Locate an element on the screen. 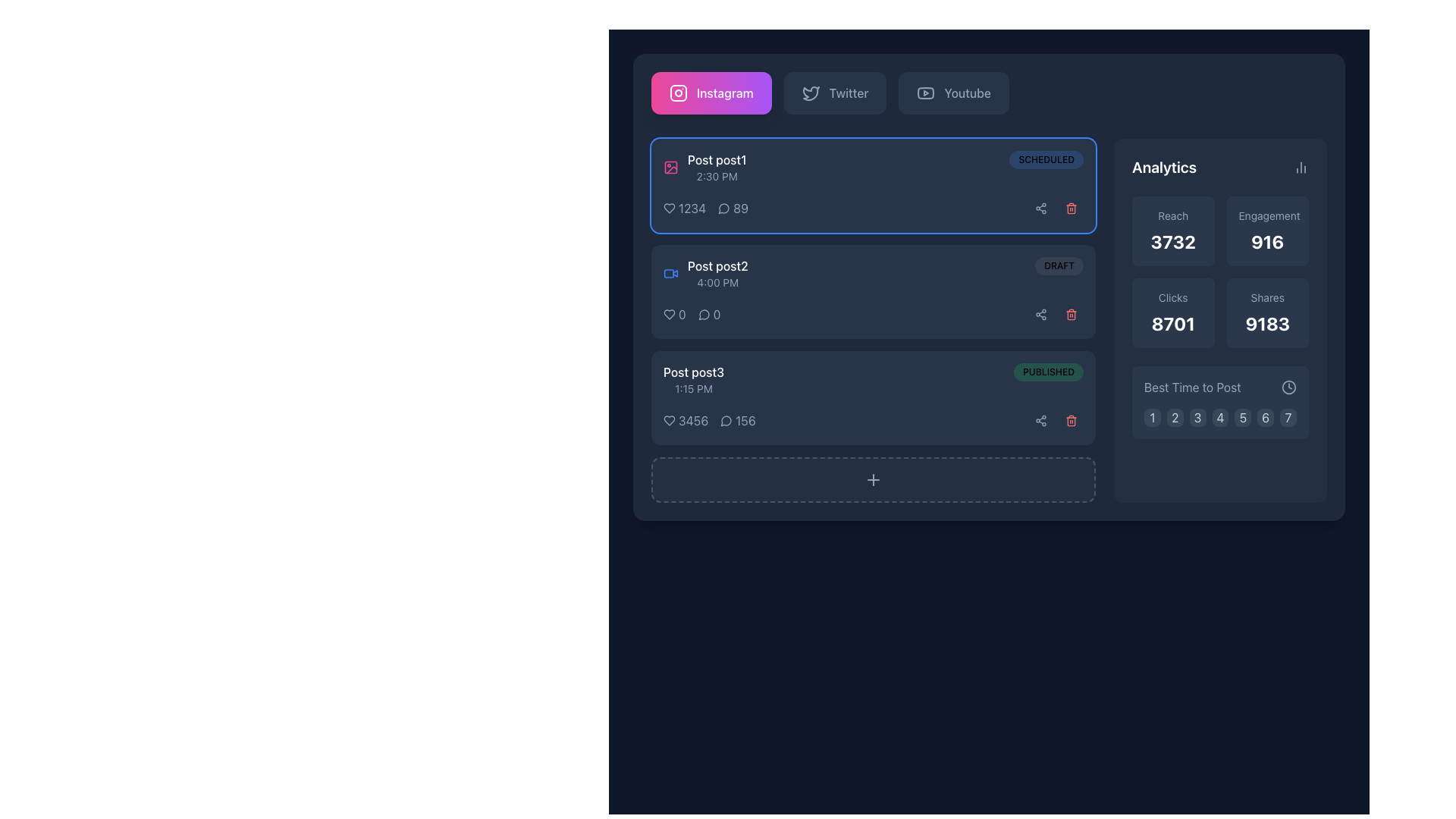 The height and width of the screenshot is (819, 1456). the text display representing the current engagement count in the upper-right part of the interface under the 'Engagement' label in the 'Analytics' panel is located at coordinates (1267, 241).